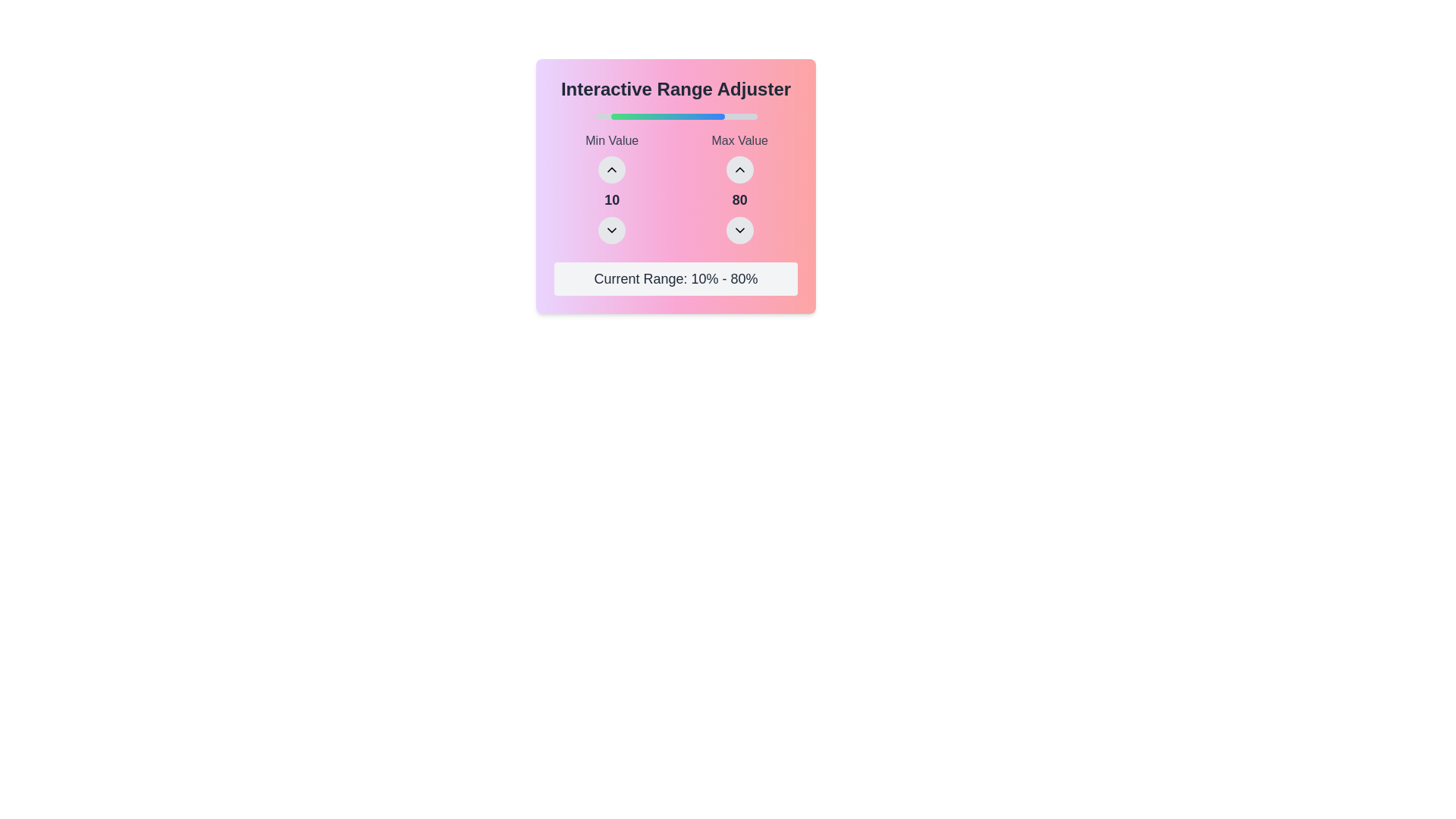 This screenshot has width=1456, height=819. Describe the element at coordinates (739, 199) in the screenshot. I see `the Text label that displays the current maximum value selected within the range adjustment tool, located under the 'Max Value' label and between two circular buttons` at that location.